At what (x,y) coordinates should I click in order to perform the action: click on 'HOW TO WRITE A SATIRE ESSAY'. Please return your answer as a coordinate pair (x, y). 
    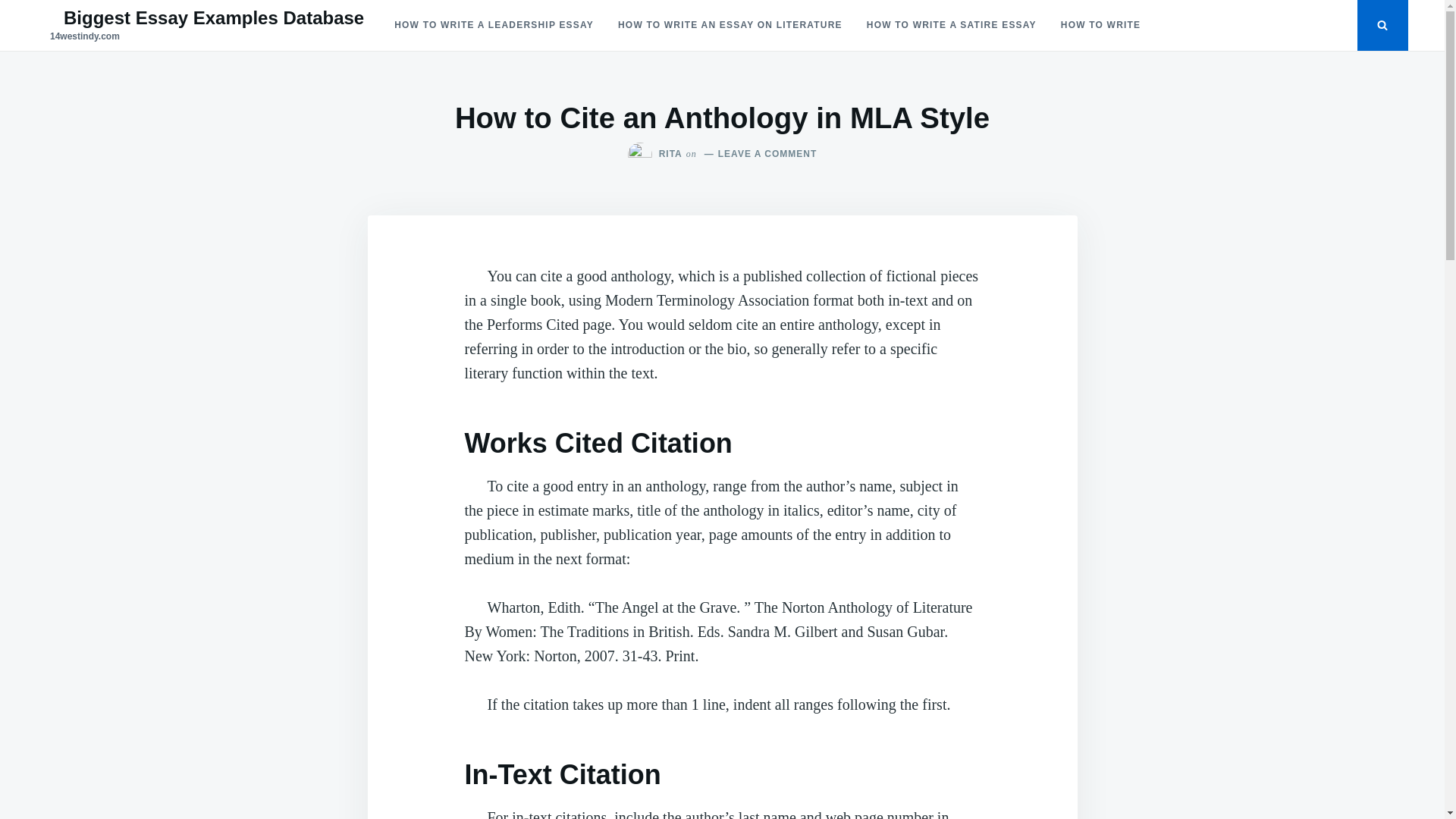
    Looking at the image, I should click on (855, 25).